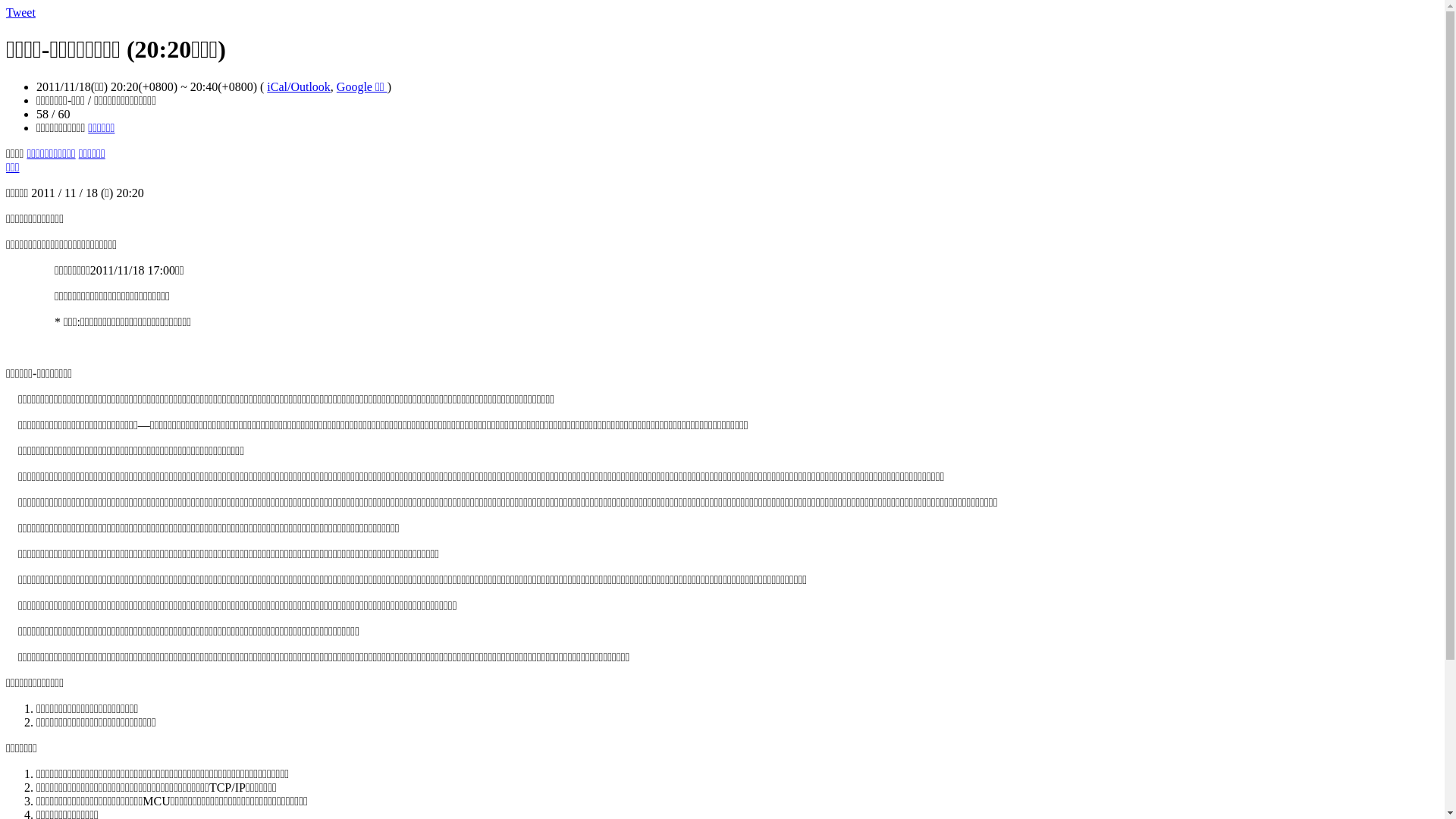  I want to click on 'iCal/Outlook', so click(298, 86).